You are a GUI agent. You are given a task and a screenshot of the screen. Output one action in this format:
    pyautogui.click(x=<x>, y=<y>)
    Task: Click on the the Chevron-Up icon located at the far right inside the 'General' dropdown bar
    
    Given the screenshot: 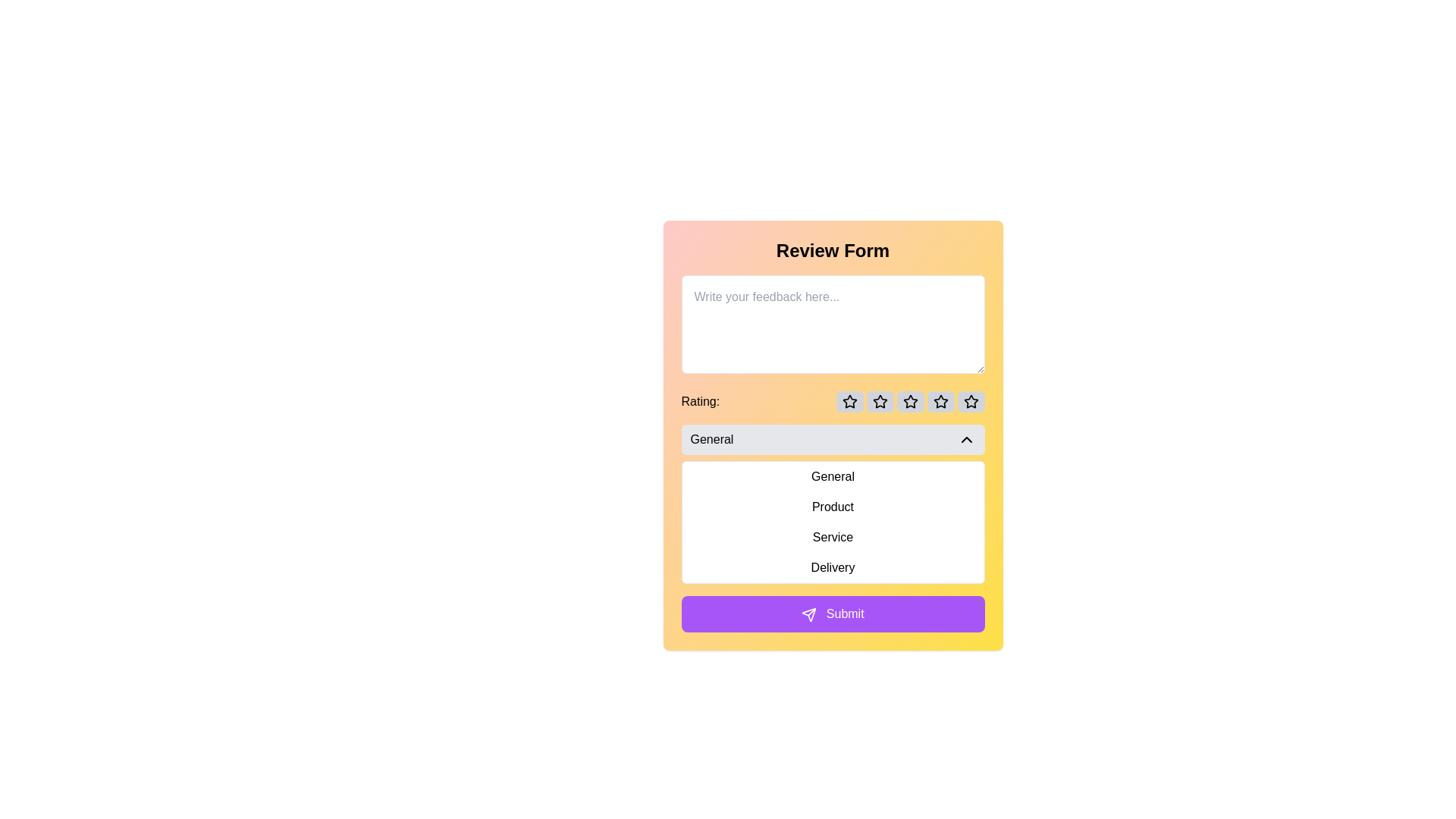 What is the action you would take?
    pyautogui.click(x=965, y=439)
    